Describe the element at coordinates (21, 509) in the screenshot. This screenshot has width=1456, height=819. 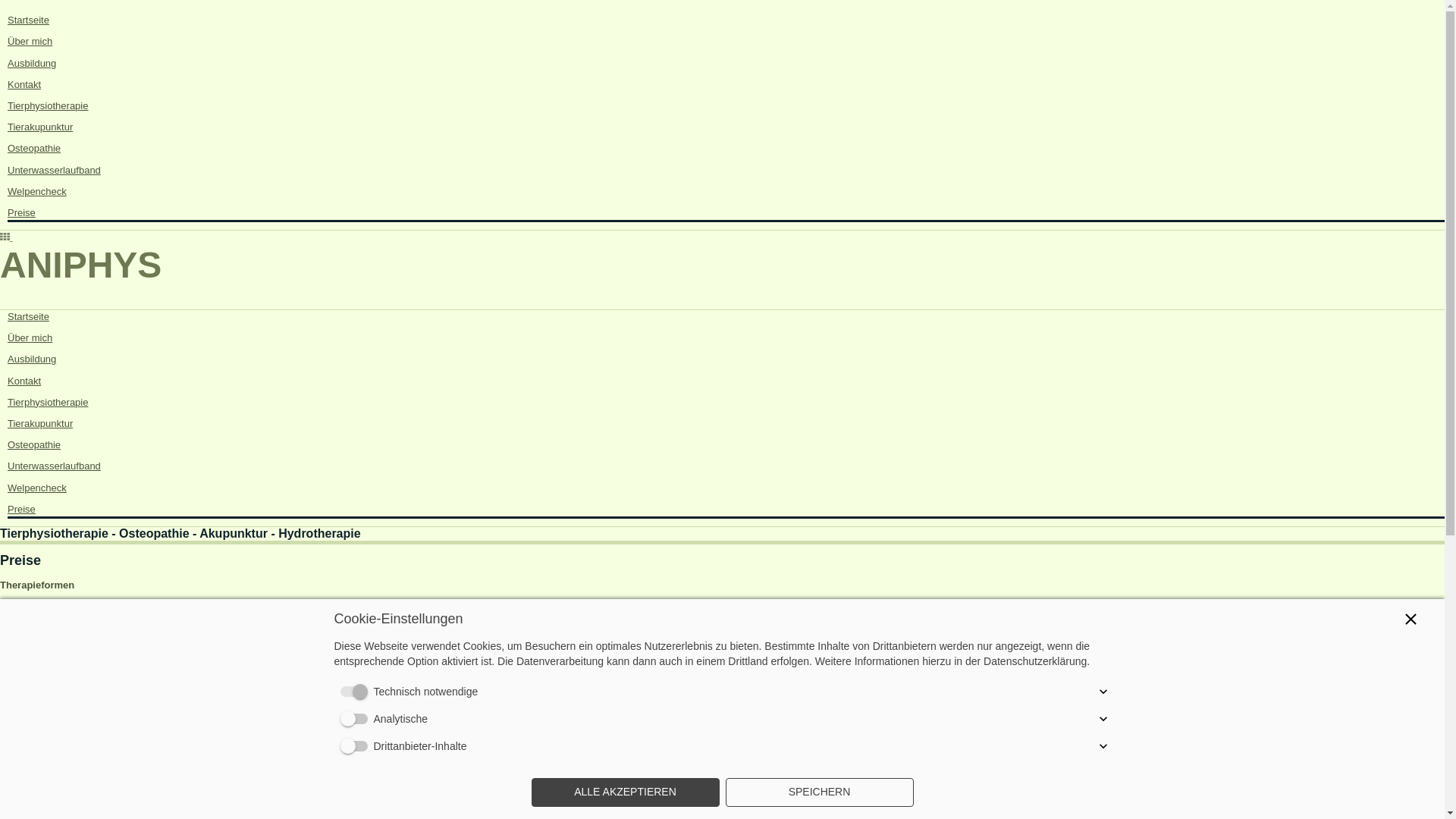
I see `'Preise'` at that location.